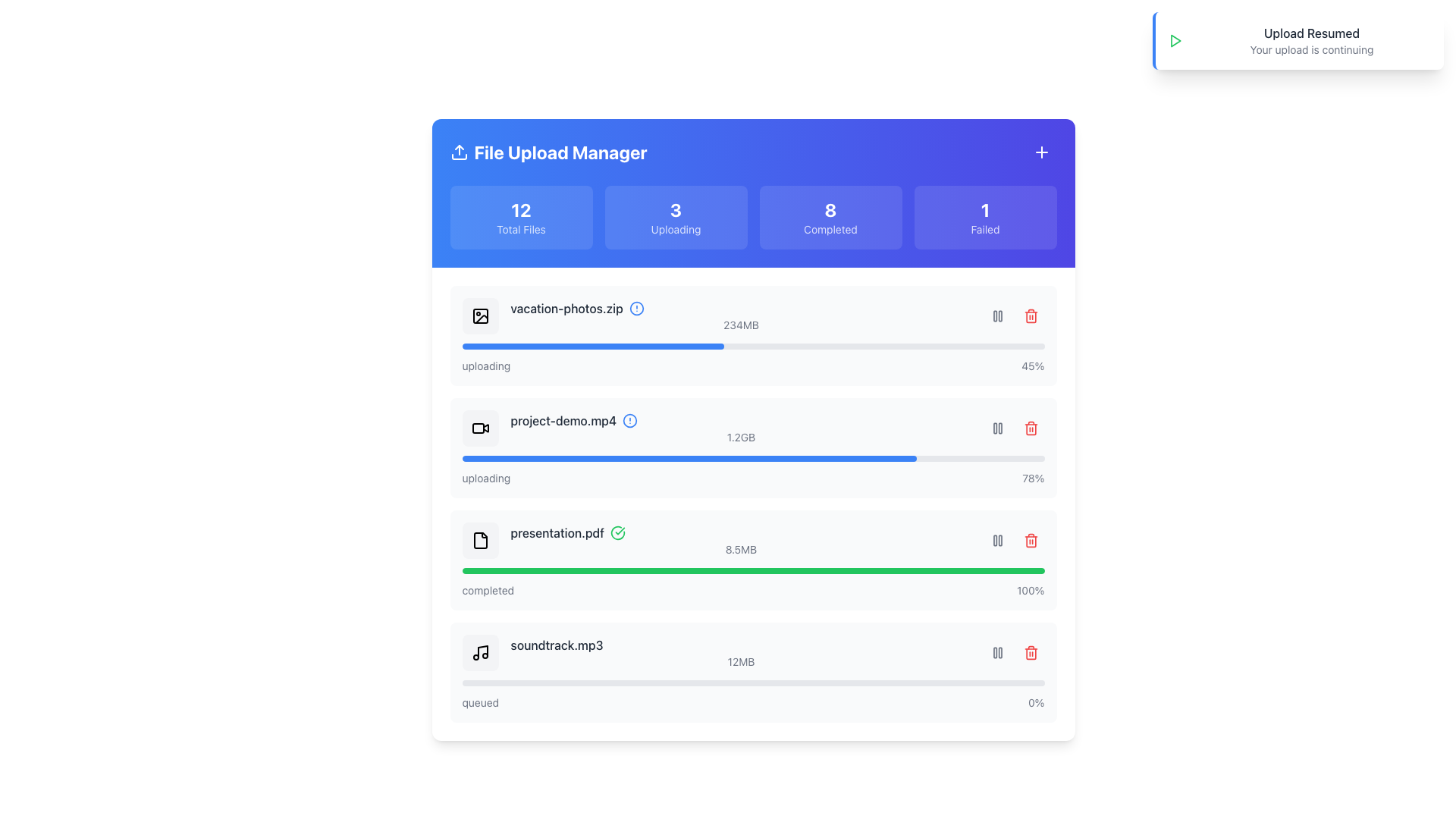  What do you see at coordinates (830, 210) in the screenshot?
I see `the large, bold numeral '8' displayed in the 'Completed' box, which is emphasized as the main value in a gradient blue background with white text` at bounding box center [830, 210].